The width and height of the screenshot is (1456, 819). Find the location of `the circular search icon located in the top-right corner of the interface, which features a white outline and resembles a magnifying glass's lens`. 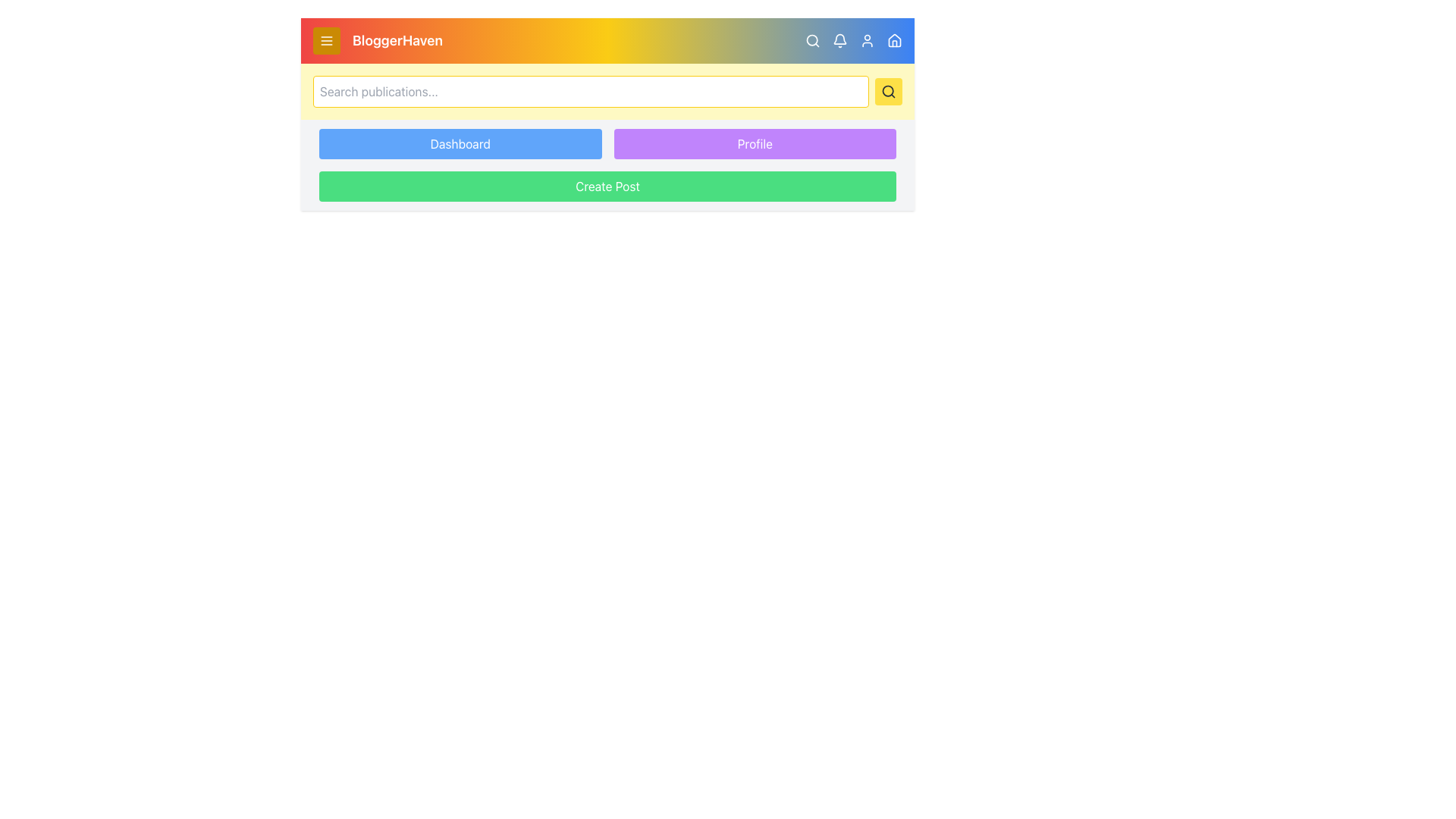

the circular search icon located in the top-right corner of the interface, which features a white outline and resembles a magnifying glass's lens is located at coordinates (811, 39).